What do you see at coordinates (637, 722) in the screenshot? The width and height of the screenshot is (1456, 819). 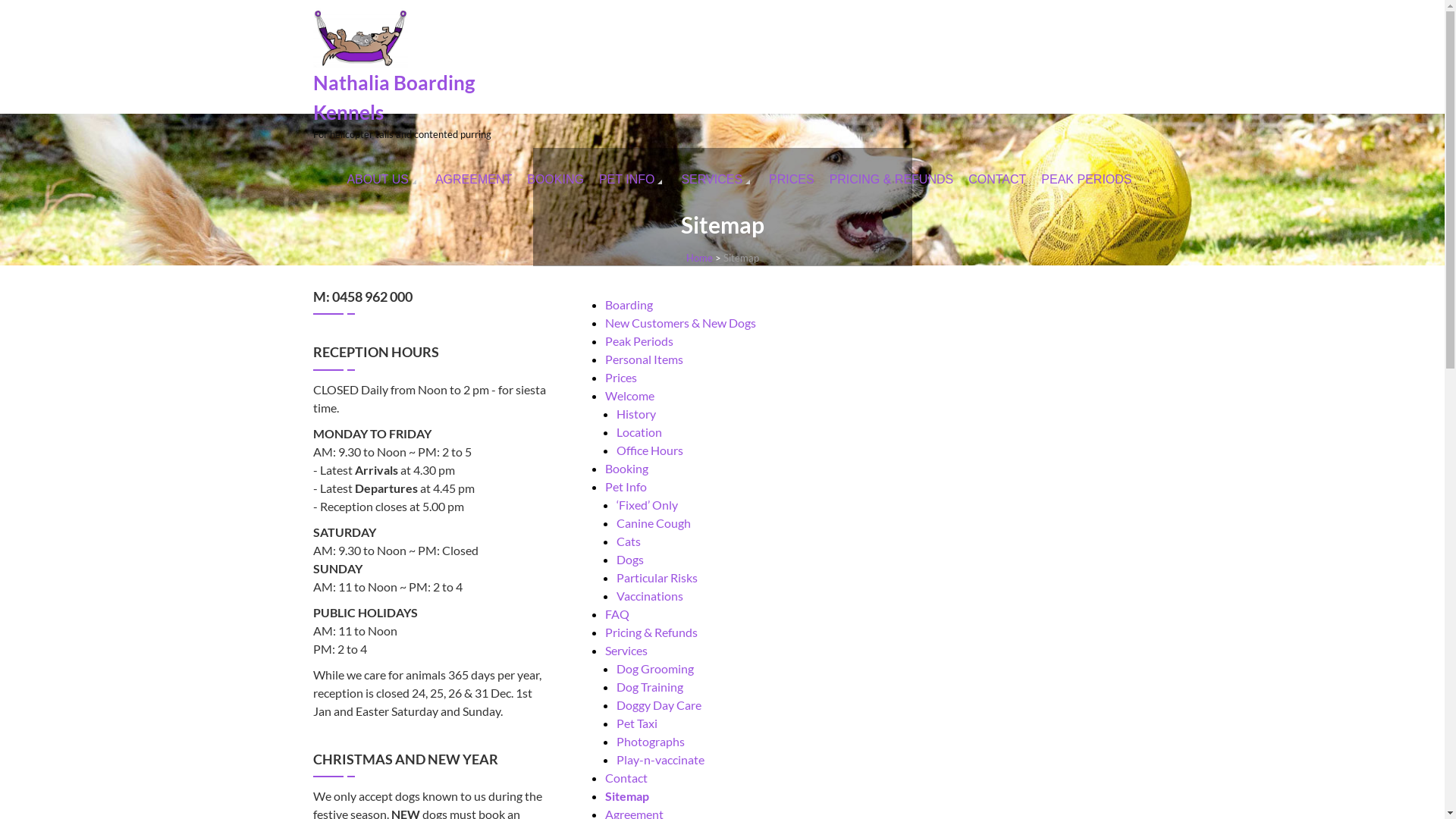 I see `'Pet Taxi'` at bounding box center [637, 722].